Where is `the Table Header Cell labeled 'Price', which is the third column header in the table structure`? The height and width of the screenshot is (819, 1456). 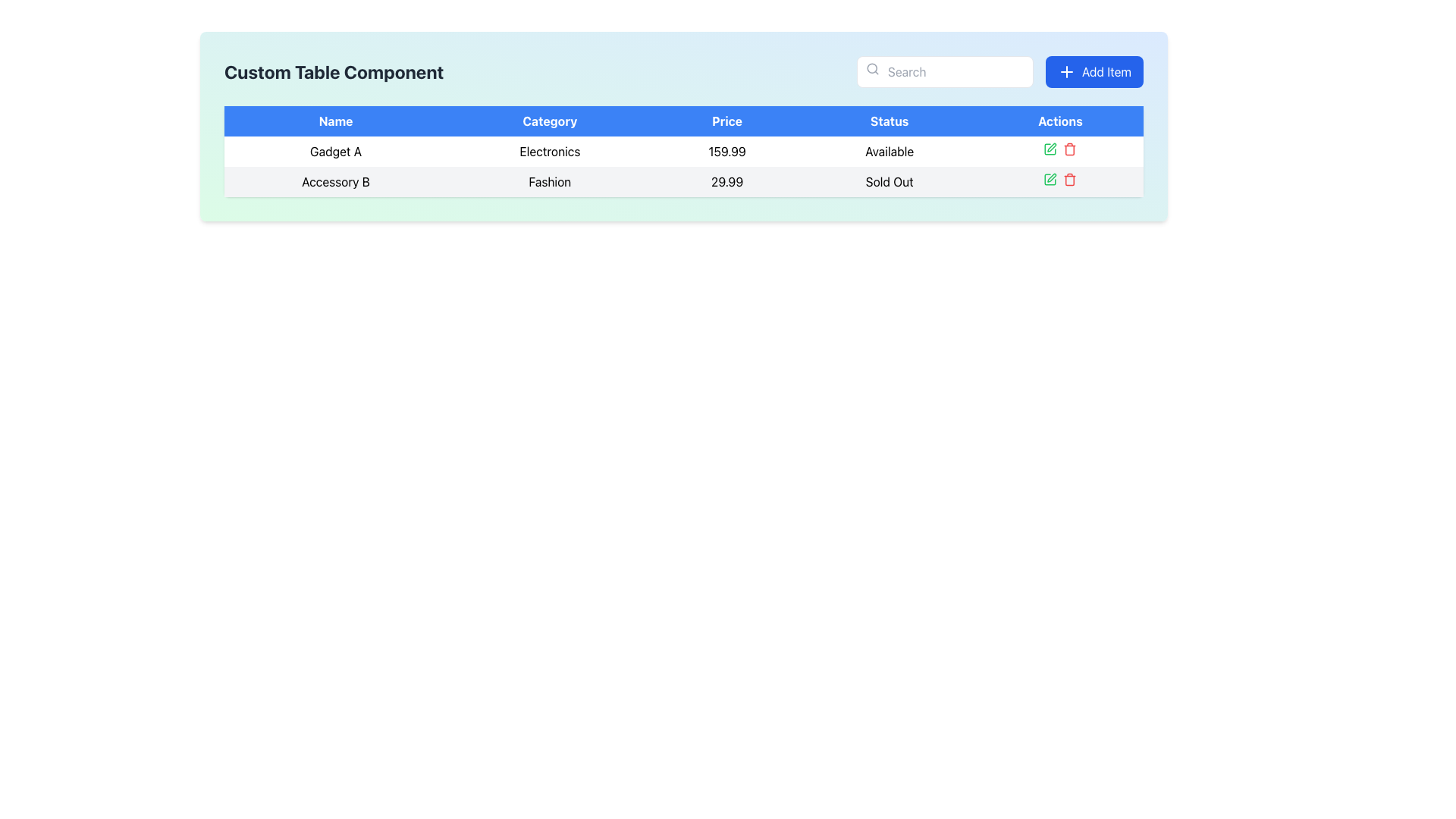
the Table Header Cell labeled 'Price', which is the third column header in the table structure is located at coordinates (726, 120).